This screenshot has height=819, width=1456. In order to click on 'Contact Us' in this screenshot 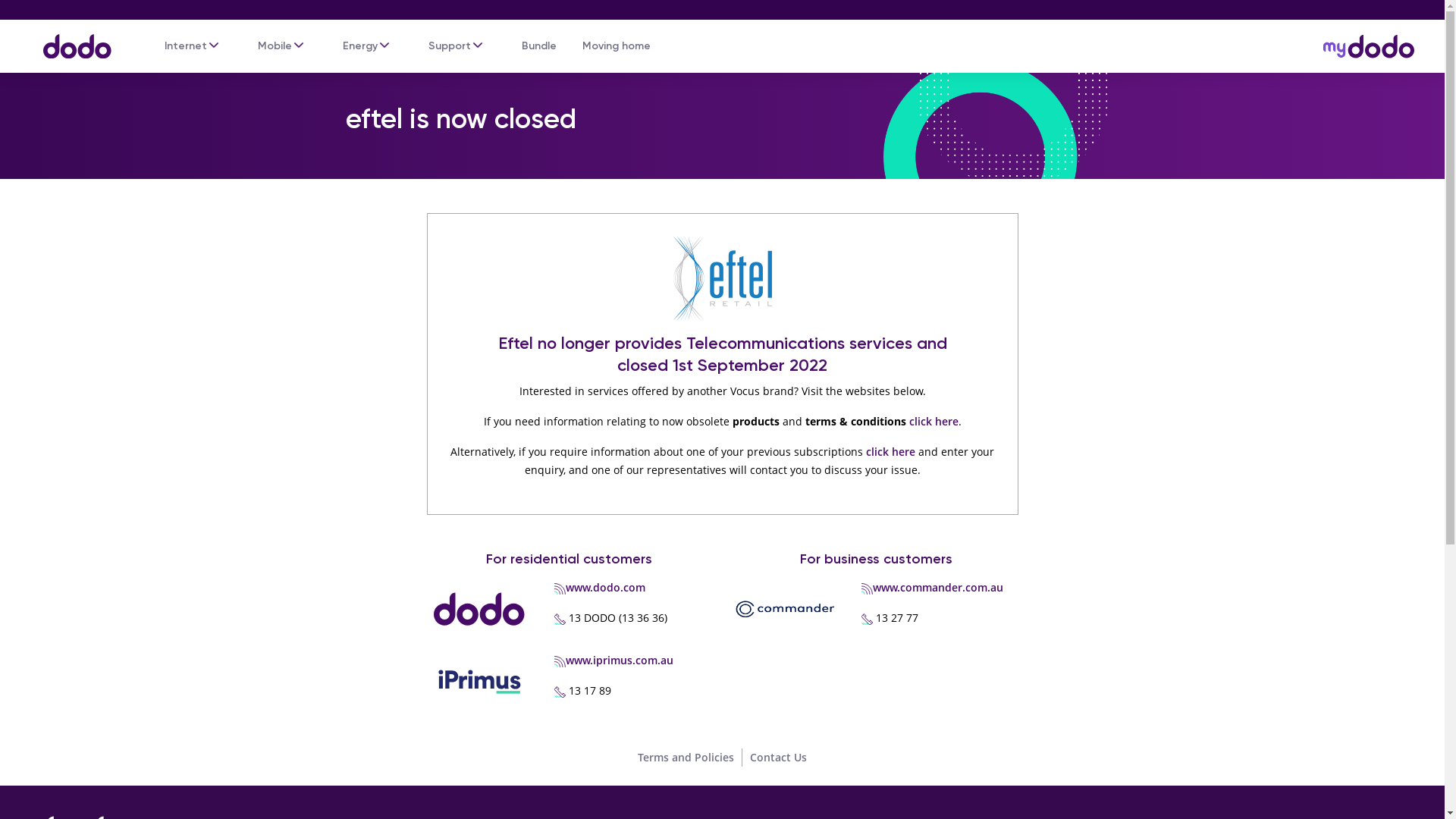, I will do `click(749, 757)`.